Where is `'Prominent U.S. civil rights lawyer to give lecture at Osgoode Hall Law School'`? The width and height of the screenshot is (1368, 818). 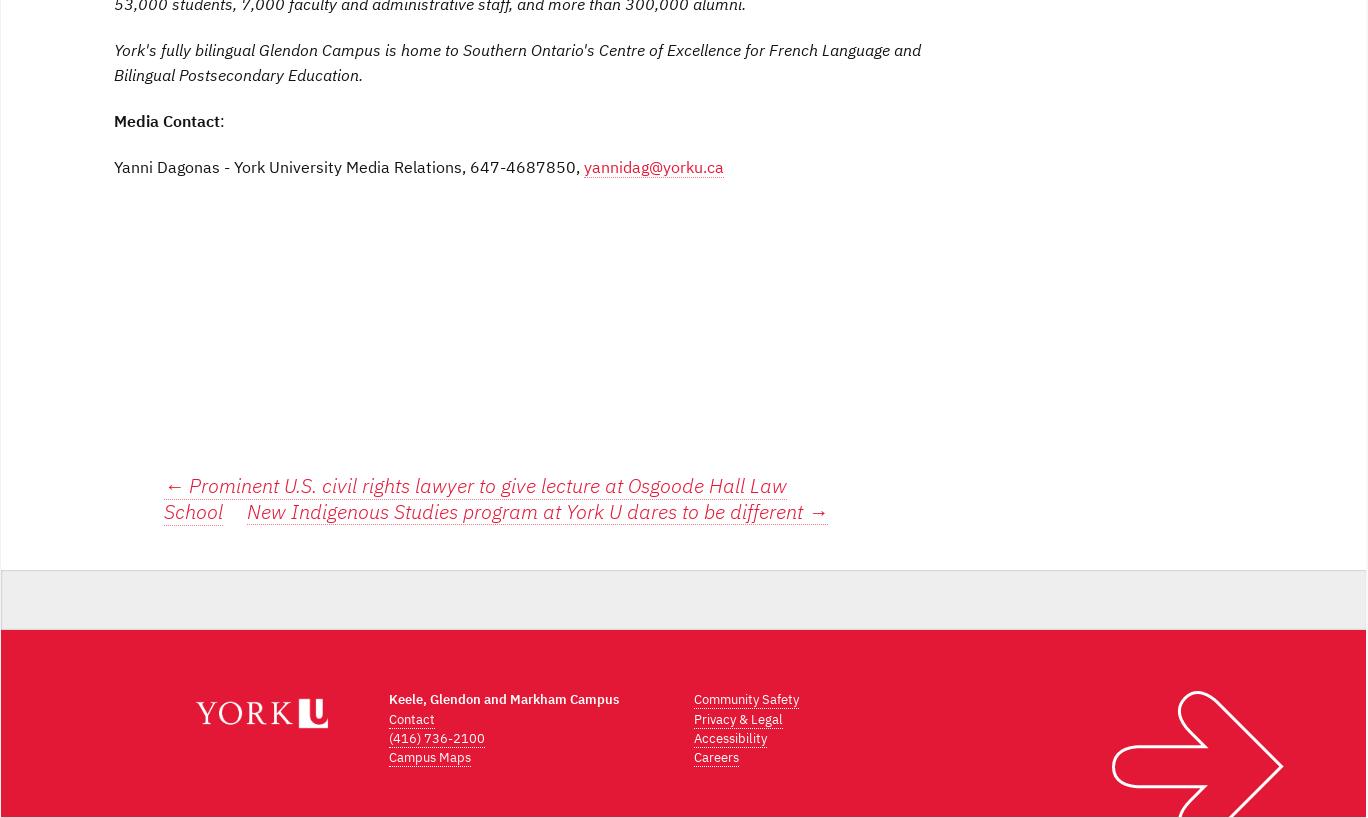 'Prominent U.S. civil rights lawyer to give lecture at Osgoode Hall Law School' is located at coordinates (475, 497).